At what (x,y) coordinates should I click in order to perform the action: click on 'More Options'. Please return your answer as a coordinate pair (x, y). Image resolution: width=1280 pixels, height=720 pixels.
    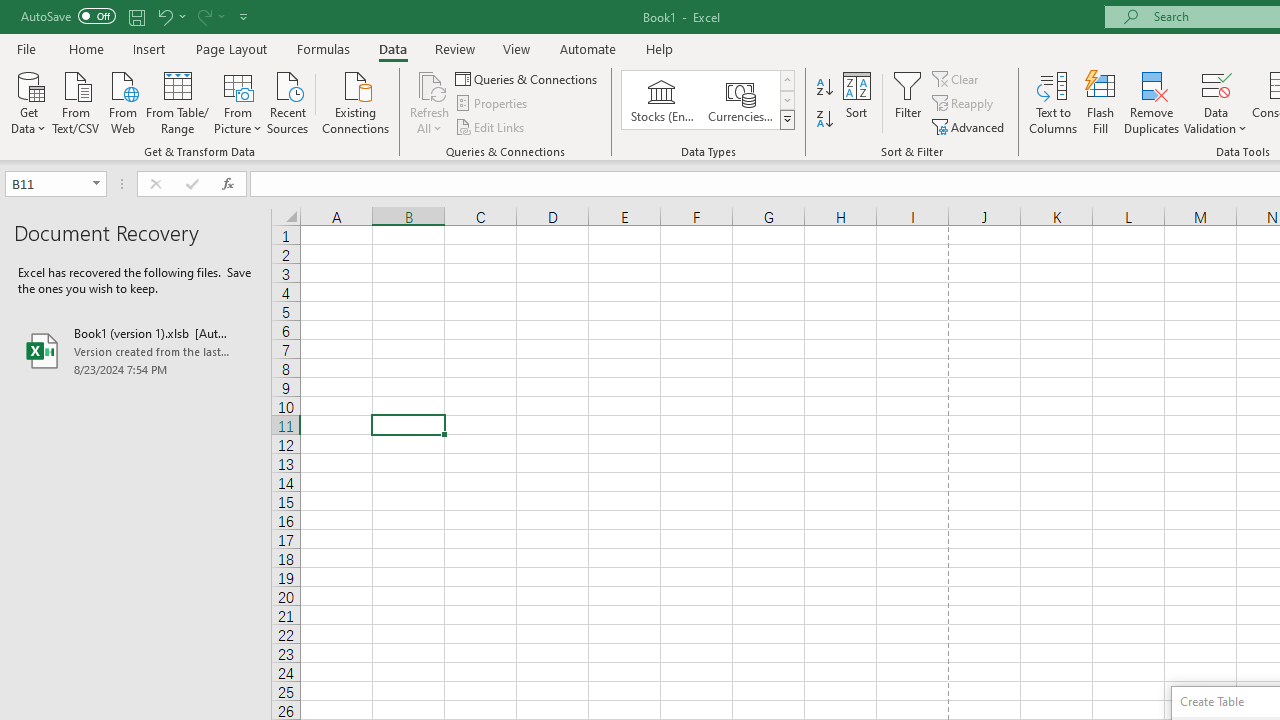
    Looking at the image, I should click on (1215, 121).